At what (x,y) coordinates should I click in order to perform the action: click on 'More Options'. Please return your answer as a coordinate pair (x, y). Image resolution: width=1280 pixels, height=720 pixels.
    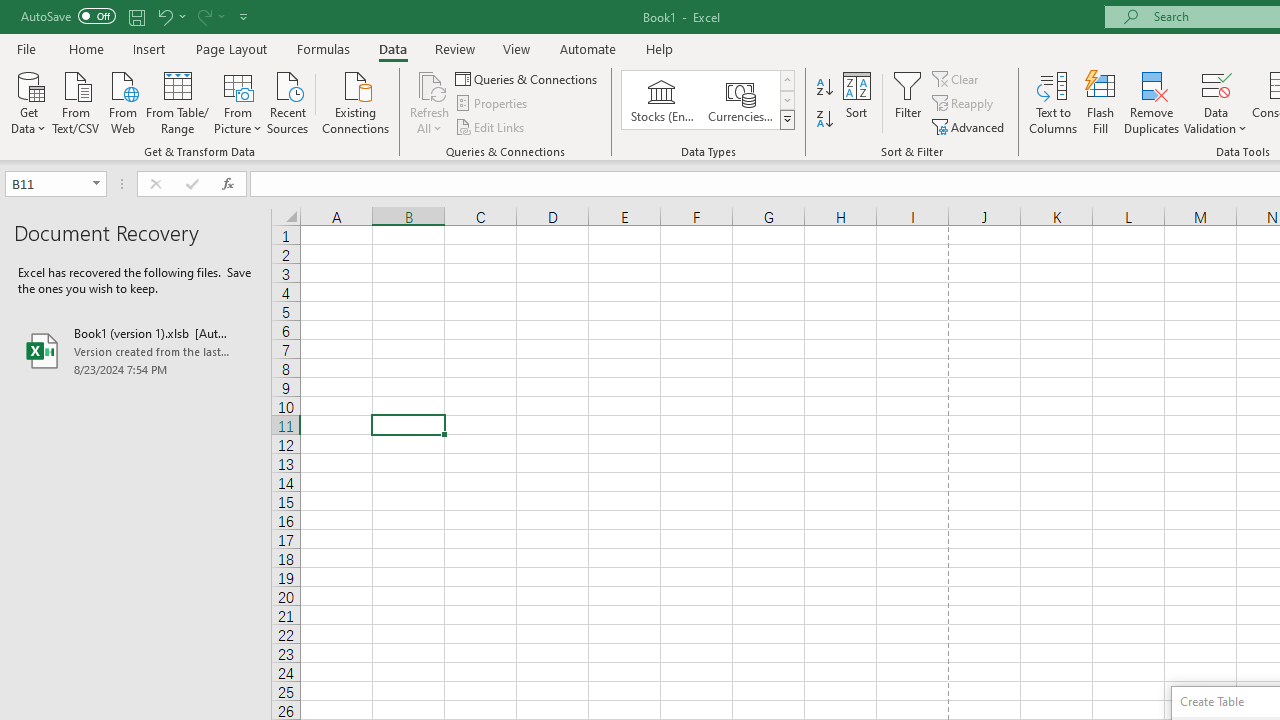
    Looking at the image, I should click on (1215, 121).